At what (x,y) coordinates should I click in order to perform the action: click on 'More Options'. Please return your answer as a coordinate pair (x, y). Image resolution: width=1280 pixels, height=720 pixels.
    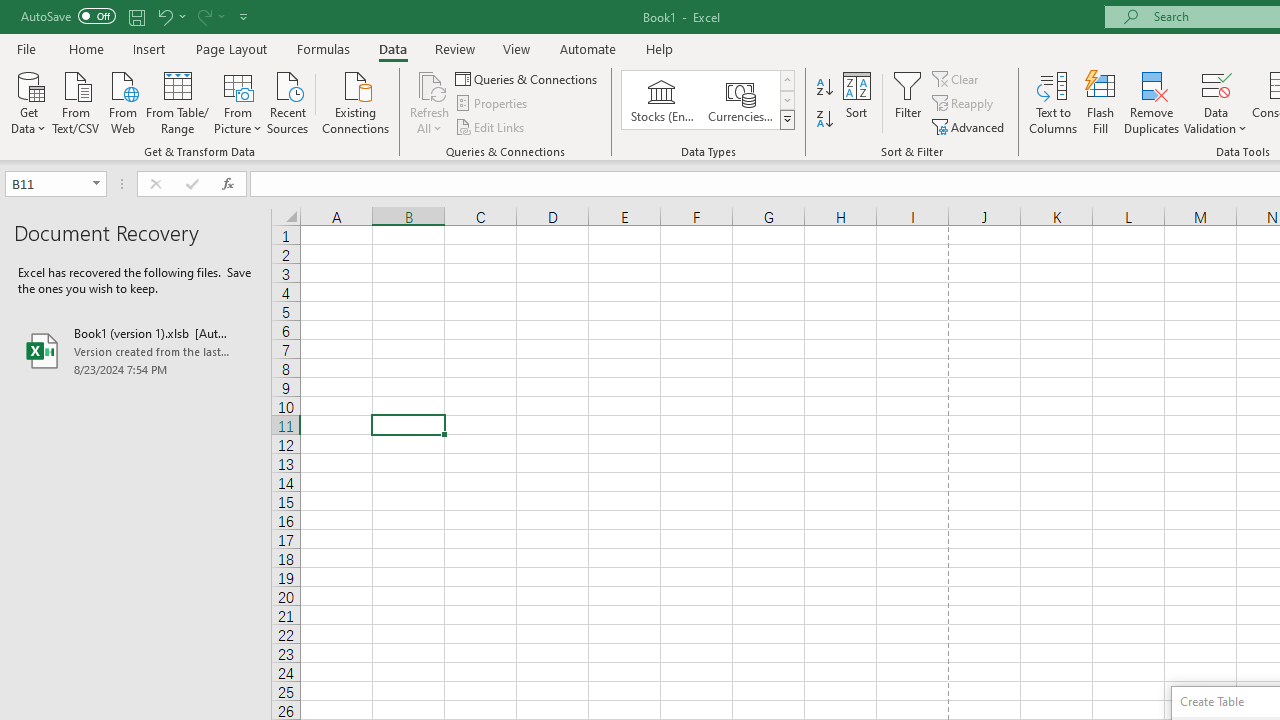
    Looking at the image, I should click on (1215, 121).